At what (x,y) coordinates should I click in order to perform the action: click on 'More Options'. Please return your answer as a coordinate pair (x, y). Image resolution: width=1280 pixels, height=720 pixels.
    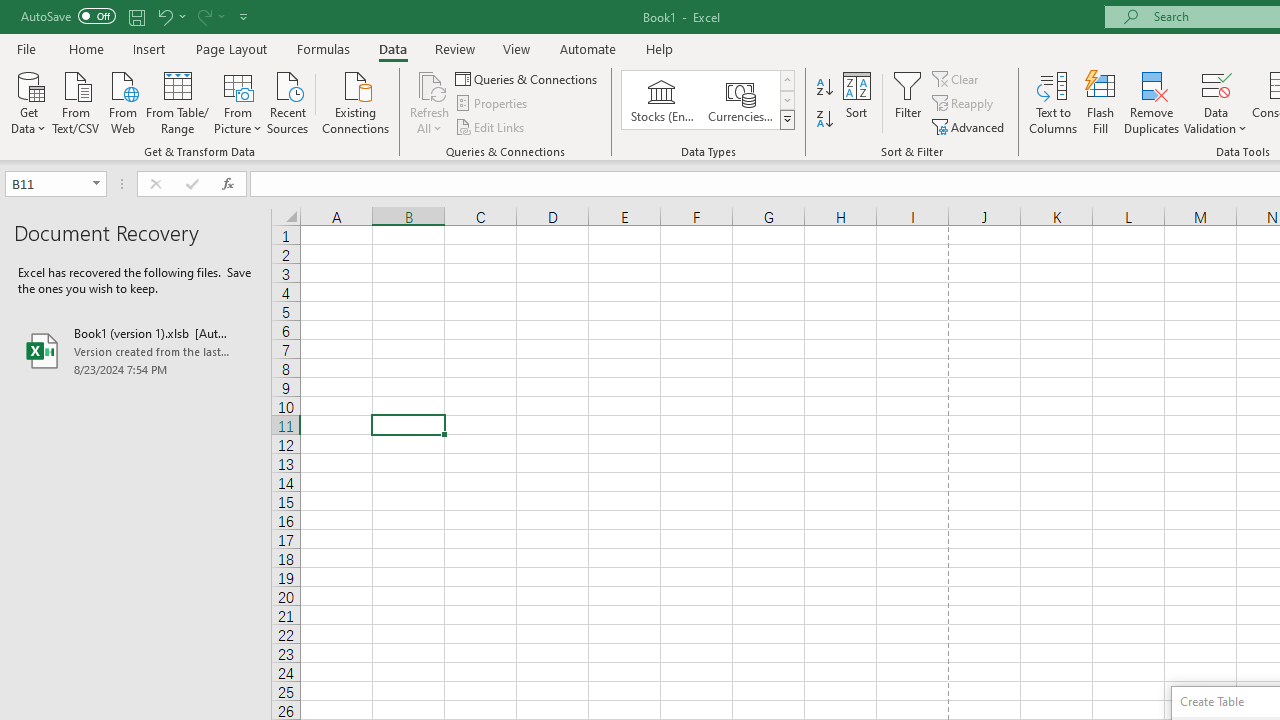
    Looking at the image, I should click on (1215, 121).